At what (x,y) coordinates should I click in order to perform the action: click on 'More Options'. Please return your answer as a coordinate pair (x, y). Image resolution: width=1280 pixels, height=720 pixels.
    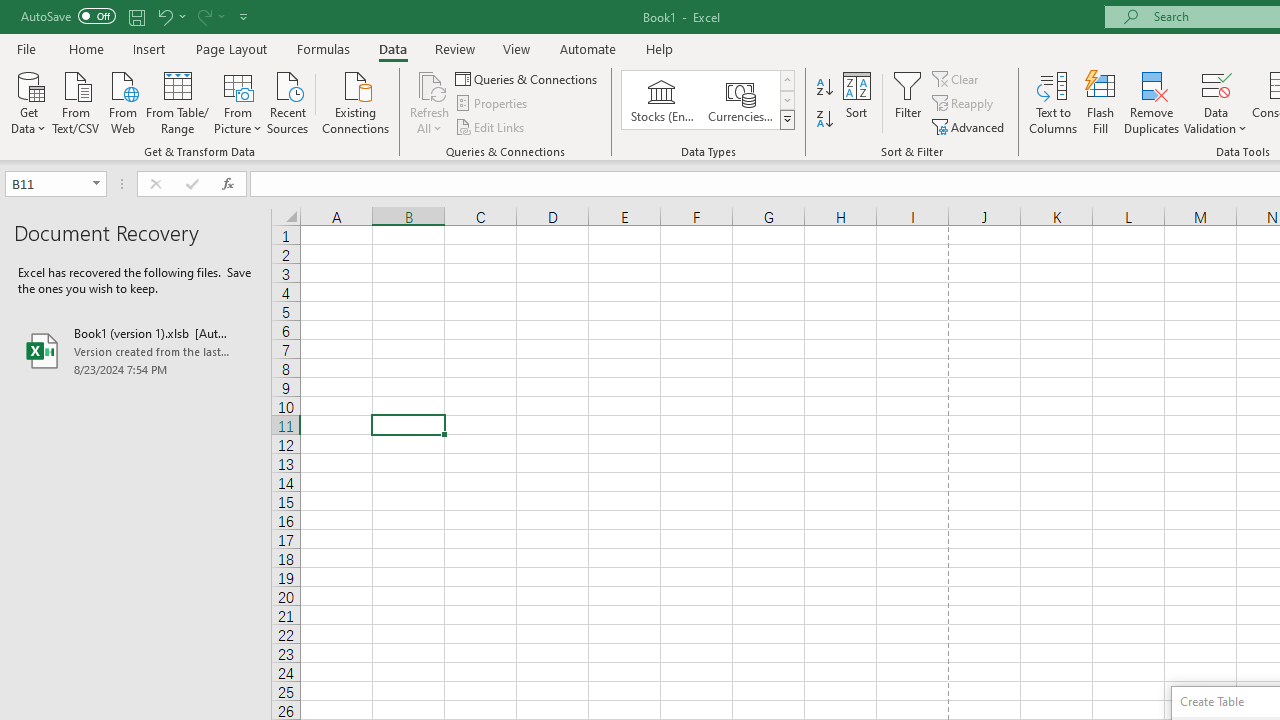
    Looking at the image, I should click on (1215, 121).